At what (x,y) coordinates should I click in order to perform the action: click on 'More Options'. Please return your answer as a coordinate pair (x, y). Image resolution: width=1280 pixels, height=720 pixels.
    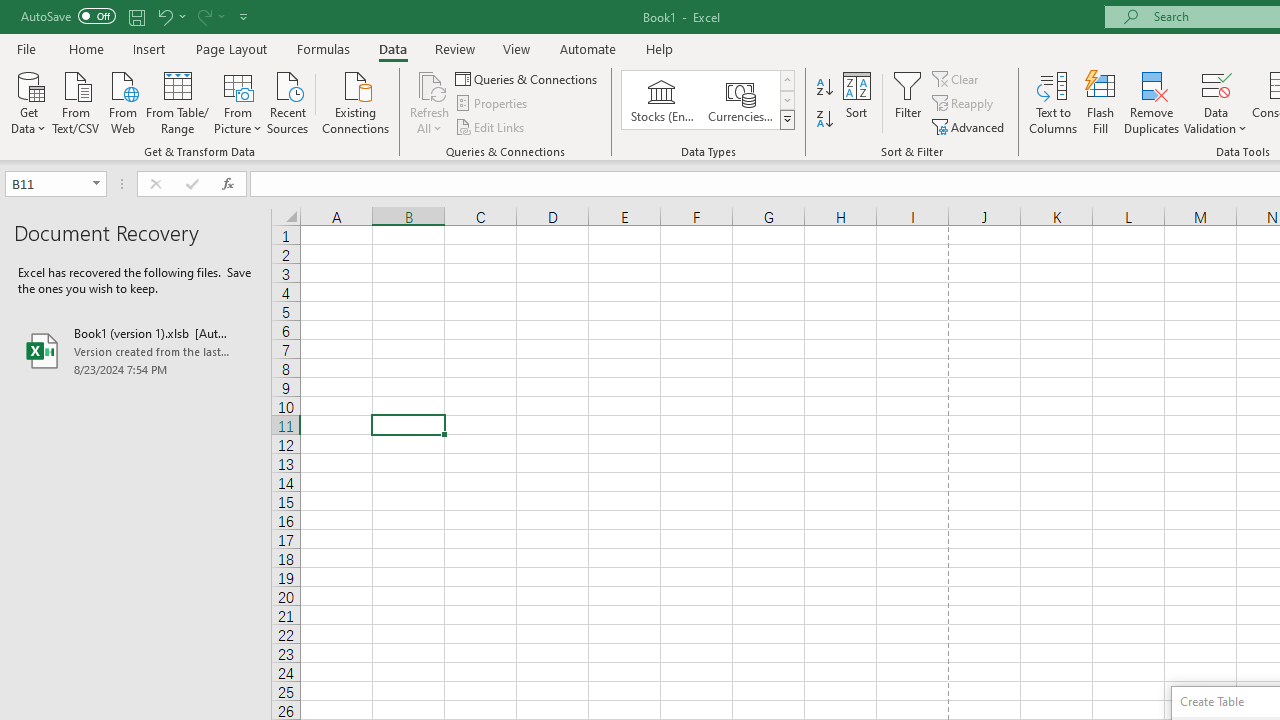
    Looking at the image, I should click on (1215, 121).